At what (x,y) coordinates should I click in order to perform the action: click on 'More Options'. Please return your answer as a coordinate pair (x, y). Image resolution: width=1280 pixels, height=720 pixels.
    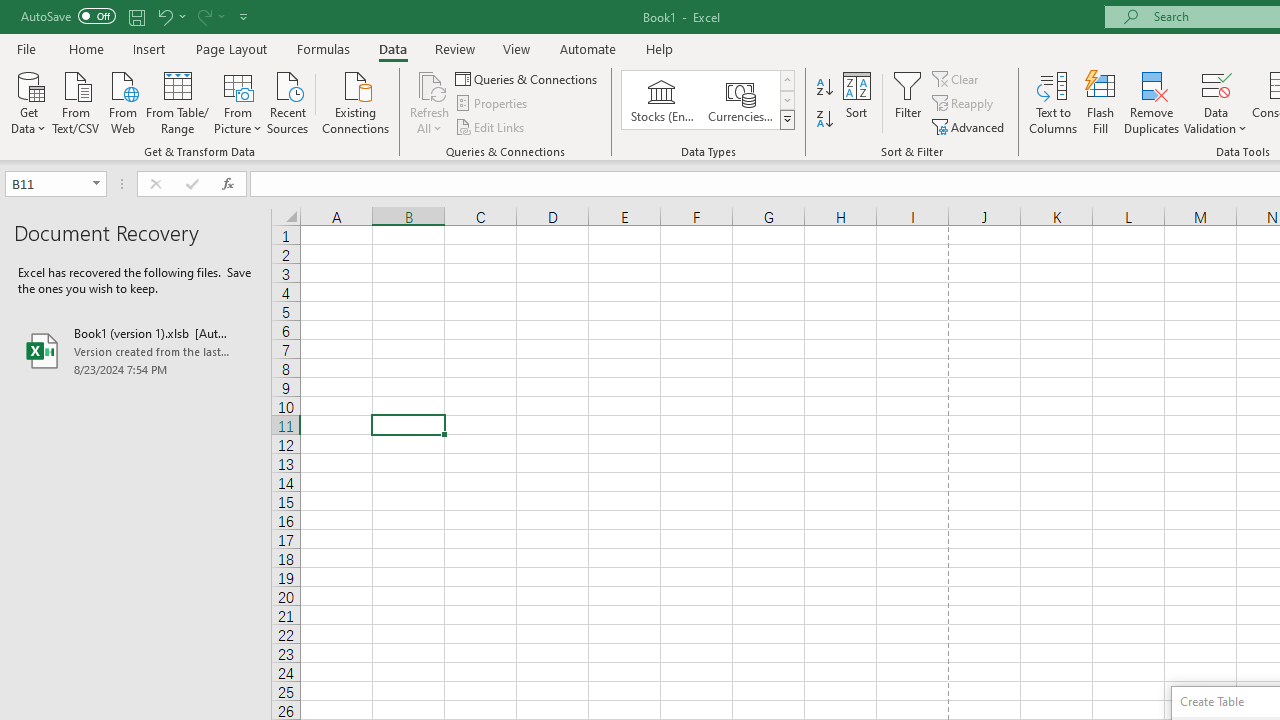
    Looking at the image, I should click on (1215, 121).